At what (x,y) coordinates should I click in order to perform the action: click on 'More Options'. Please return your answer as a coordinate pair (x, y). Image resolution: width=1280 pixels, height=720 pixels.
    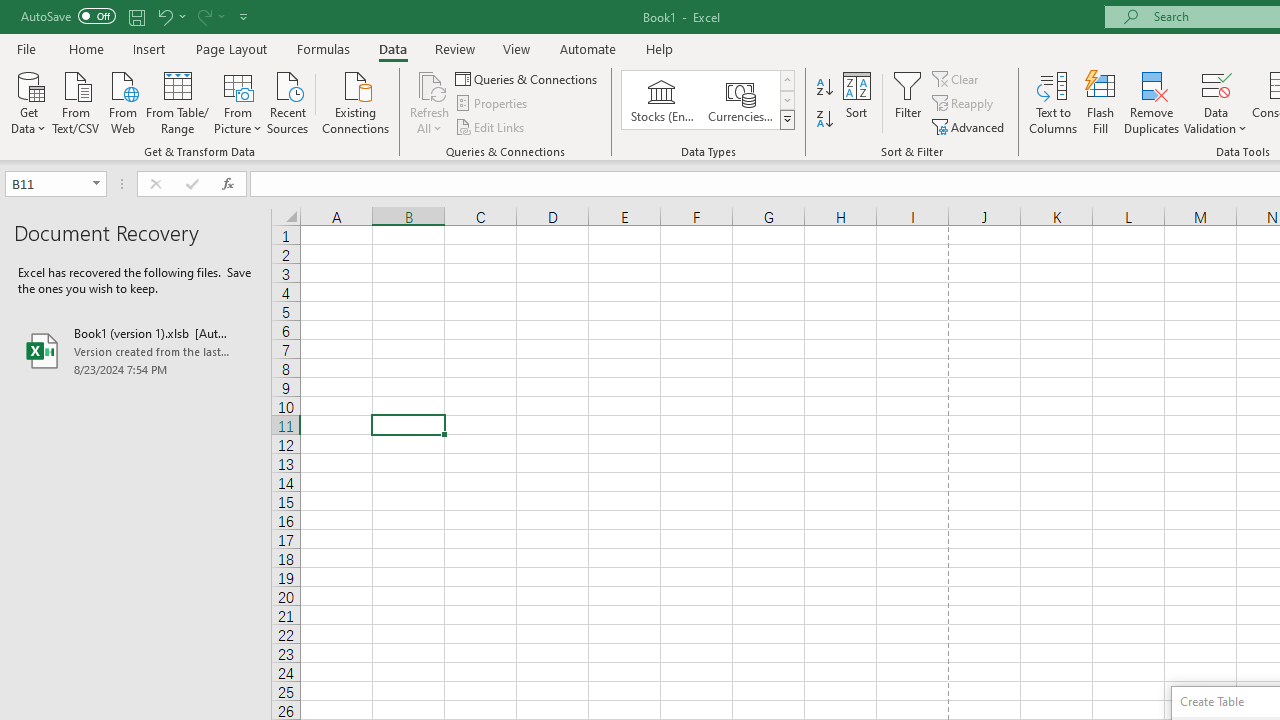
    Looking at the image, I should click on (1215, 121).